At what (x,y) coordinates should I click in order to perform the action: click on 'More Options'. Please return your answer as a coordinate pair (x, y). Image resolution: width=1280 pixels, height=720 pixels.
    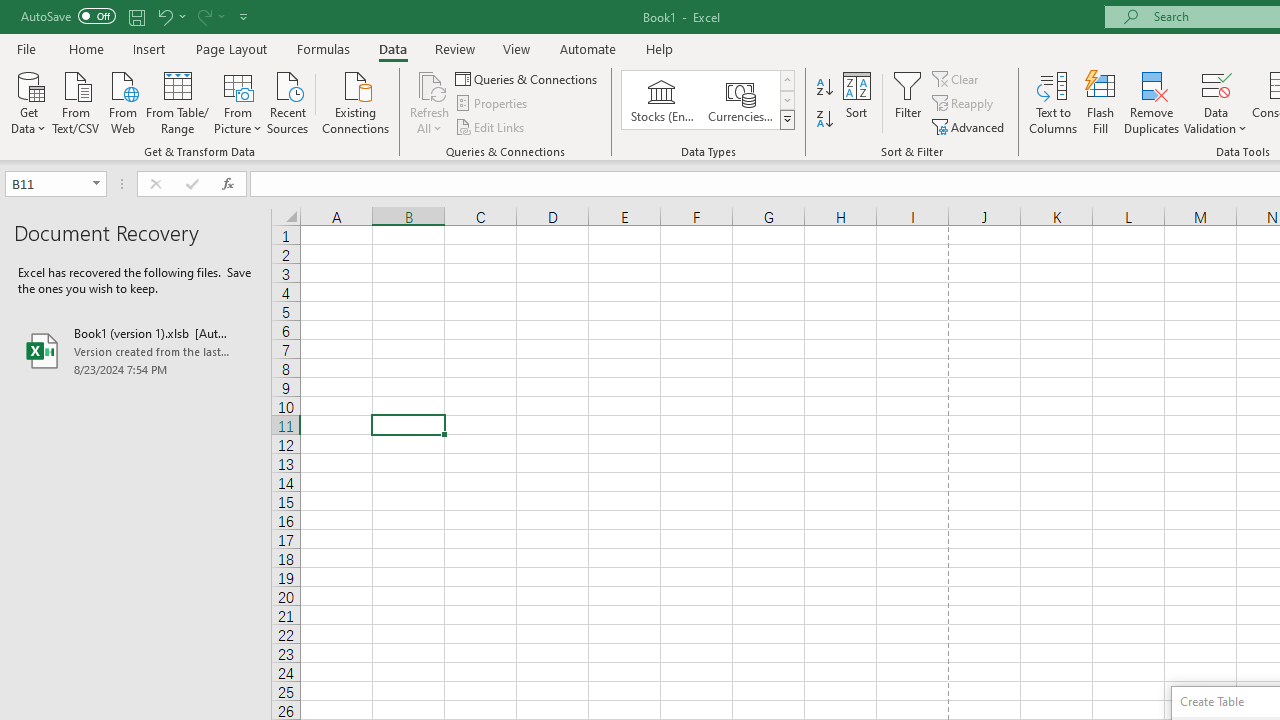
    Looking at the image, I should click on (1215, 121).